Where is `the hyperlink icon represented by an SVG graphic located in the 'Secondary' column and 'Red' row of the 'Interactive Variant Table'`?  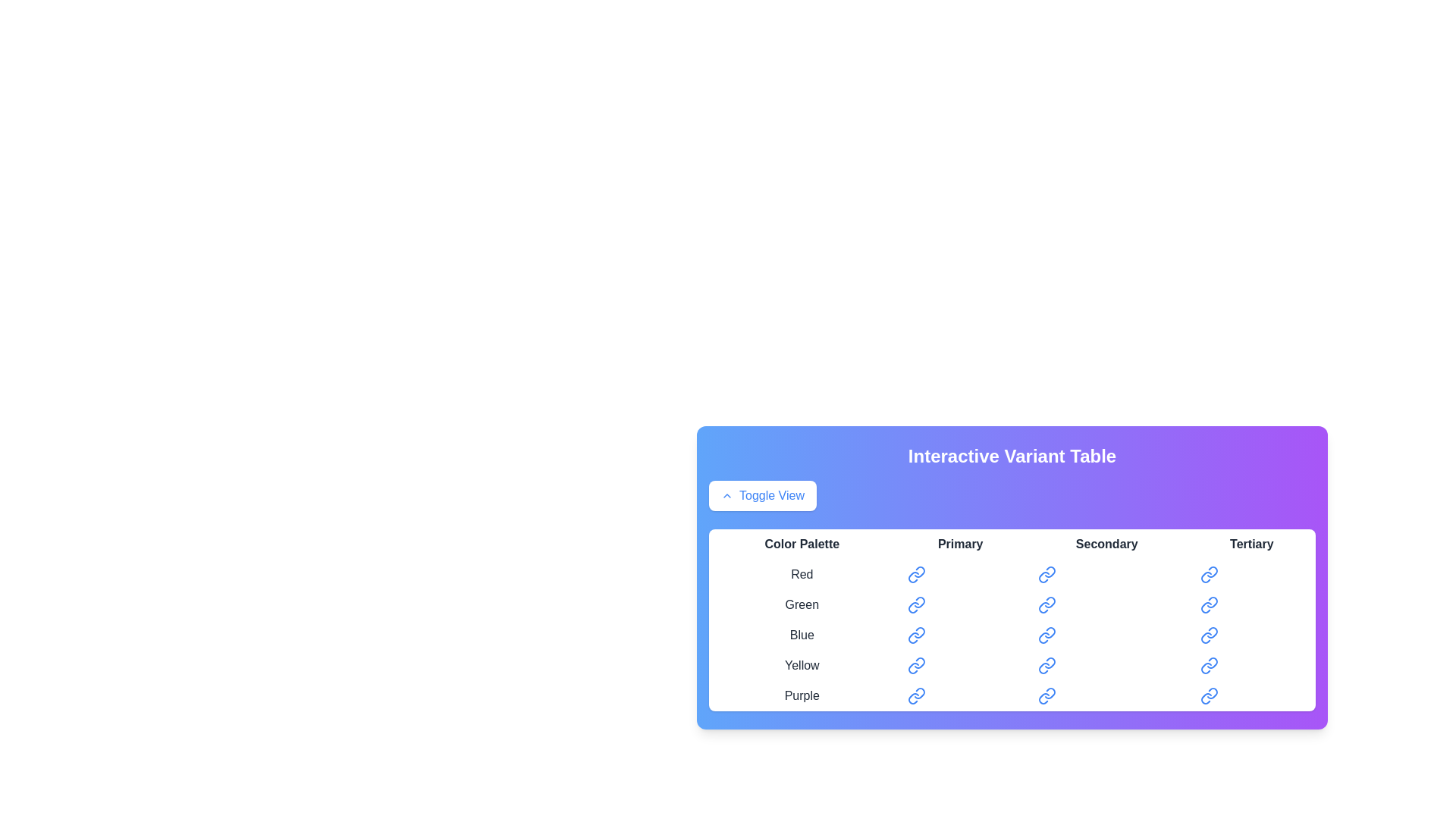
the hyperlink icon represented by an SVG graphic located in the 'Secondary' column and 'Red' row of the 'Interactive Variant Table' is located at coordinates (1043, 577).